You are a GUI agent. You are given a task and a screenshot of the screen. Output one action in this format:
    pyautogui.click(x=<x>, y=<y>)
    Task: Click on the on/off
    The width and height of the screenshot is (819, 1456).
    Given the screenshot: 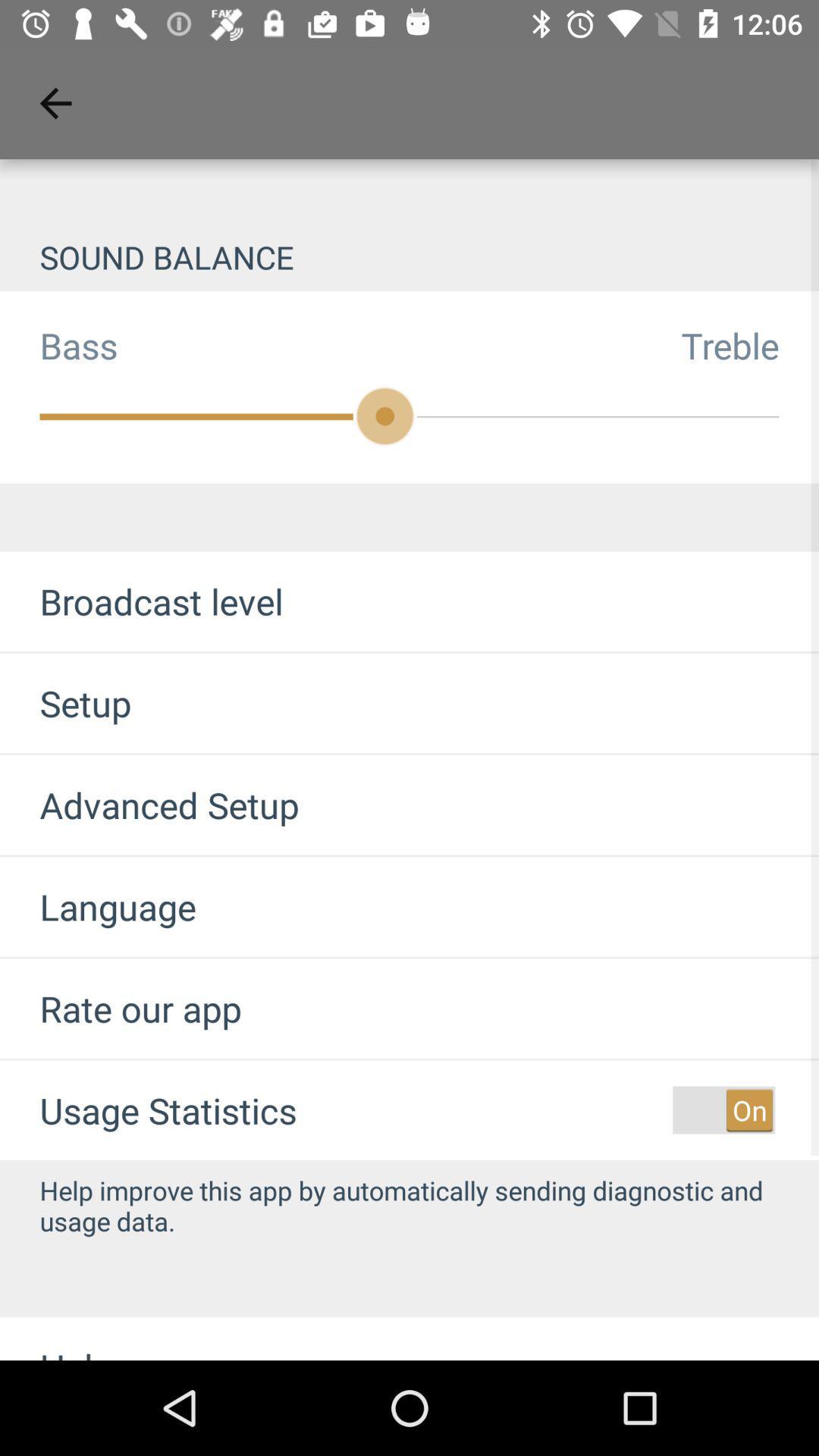 What is the action you would take?
    pyautogui.click(x=723, y=1110)
    